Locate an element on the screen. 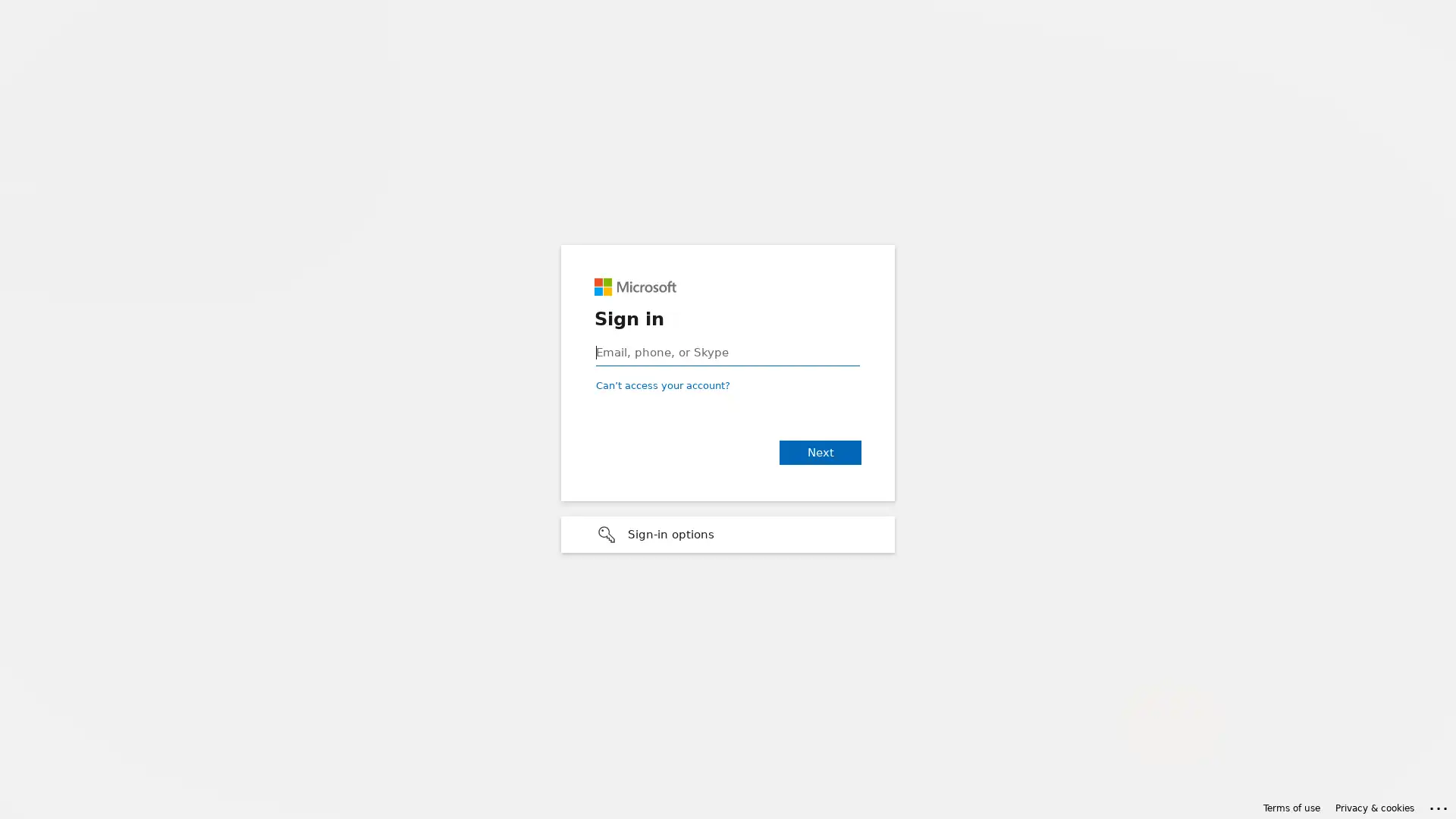 This screenshot has height=819, width=1456. Click here for troubleshooting information is located at coordinates (1439, 805).